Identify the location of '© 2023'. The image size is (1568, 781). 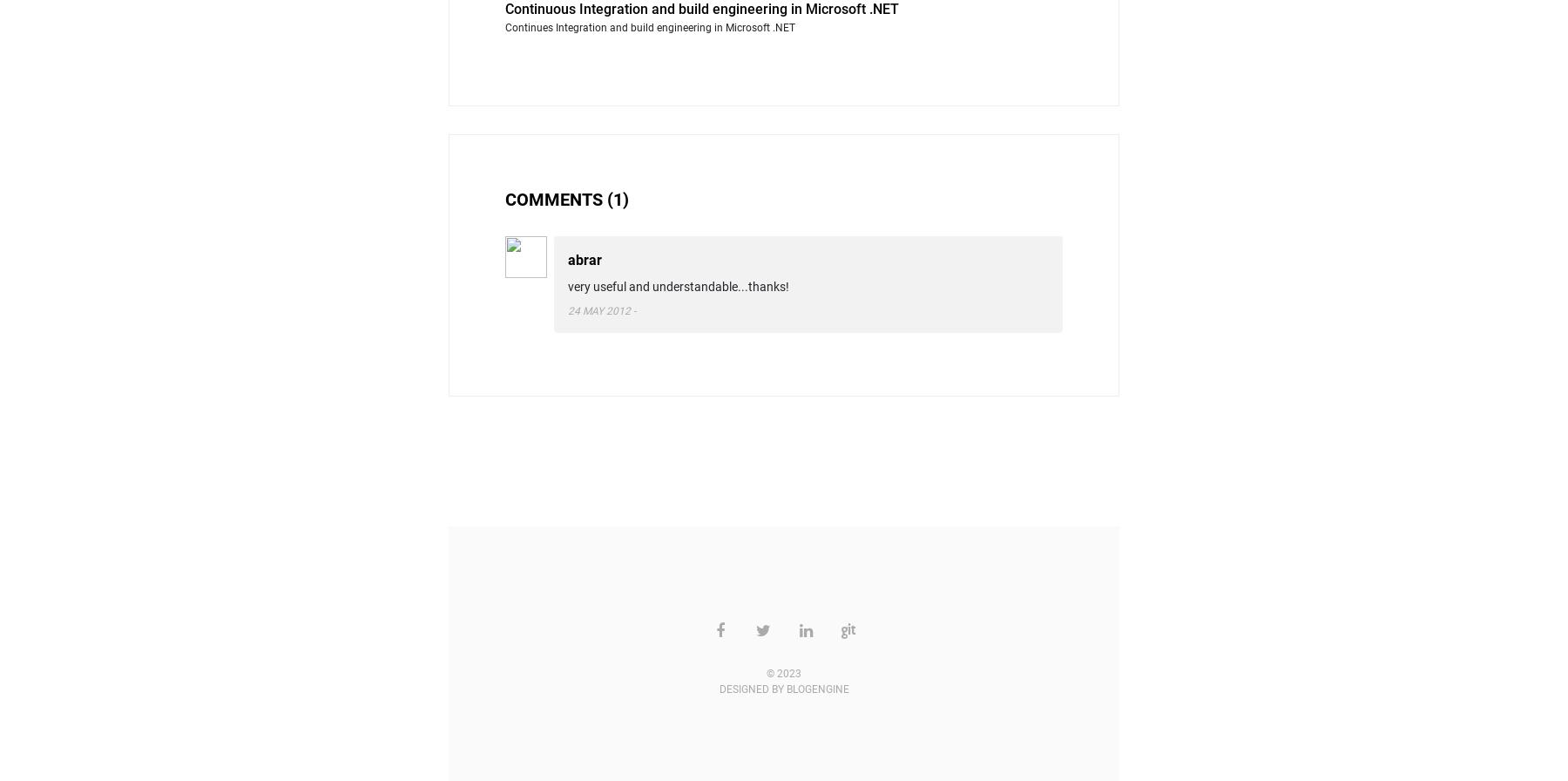
(784, 672).